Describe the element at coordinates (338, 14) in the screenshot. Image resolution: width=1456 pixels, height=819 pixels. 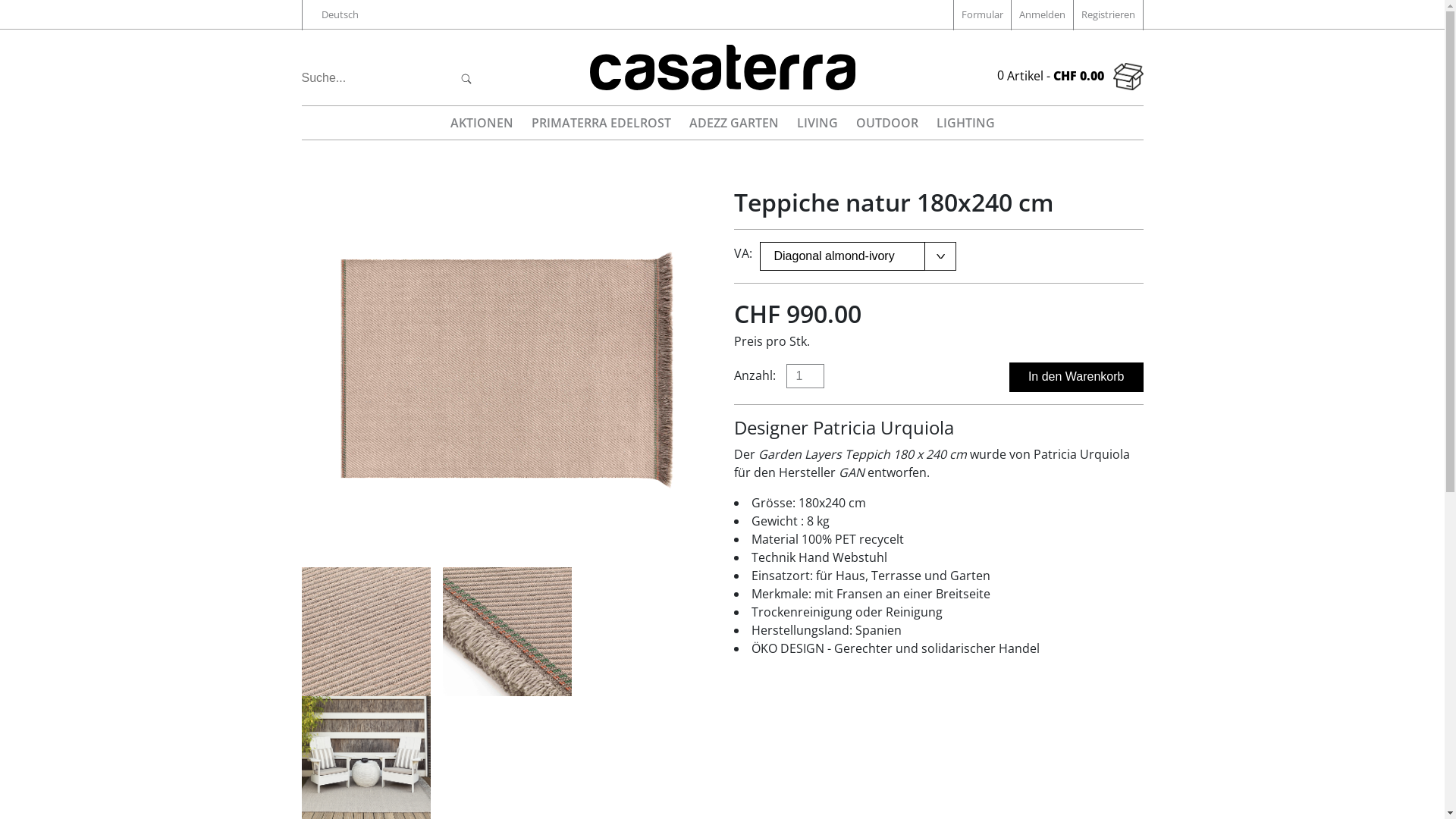
I see `'Deutsch'` at that location.